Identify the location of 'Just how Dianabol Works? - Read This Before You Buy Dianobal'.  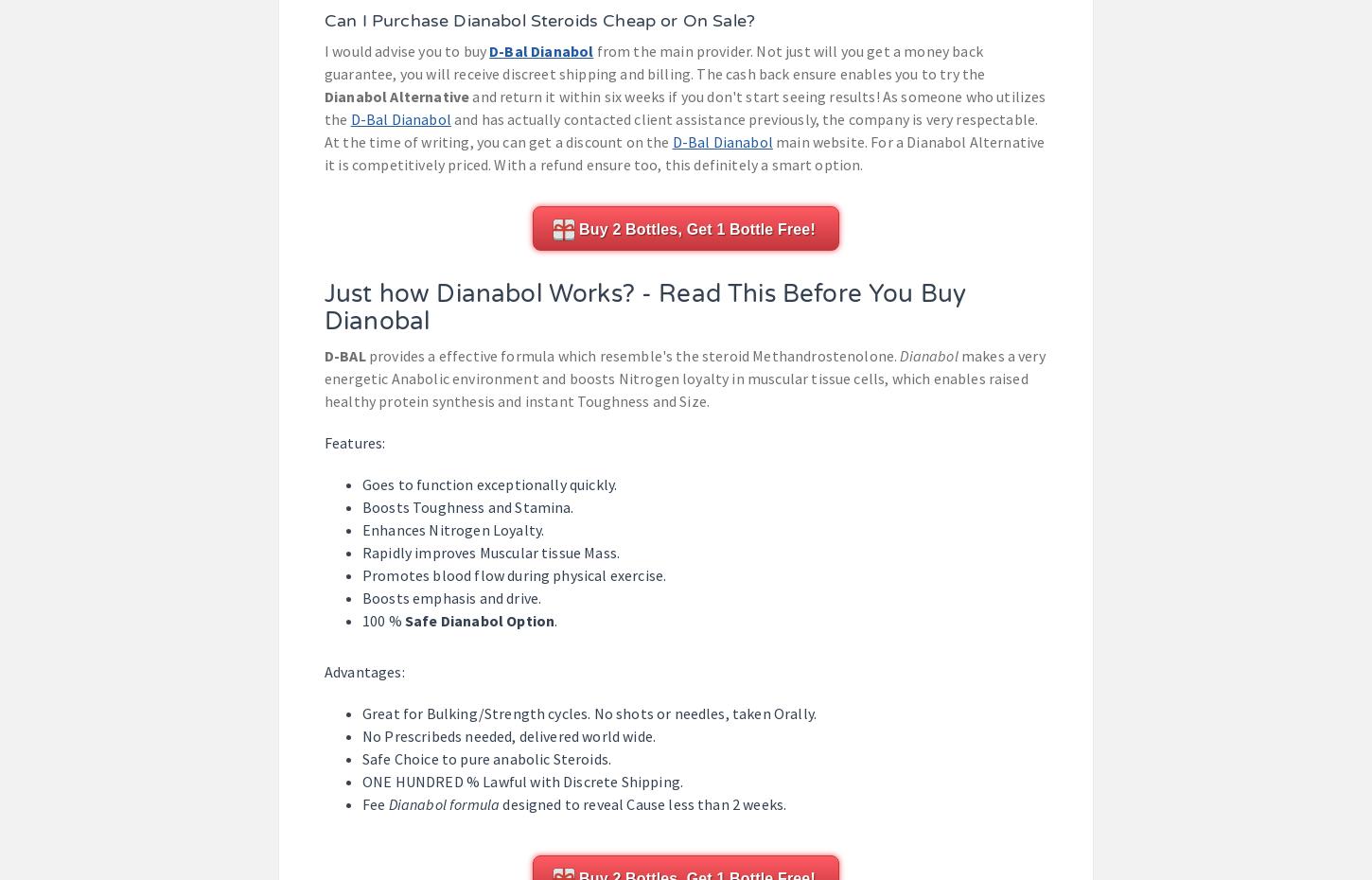
(643, 306).